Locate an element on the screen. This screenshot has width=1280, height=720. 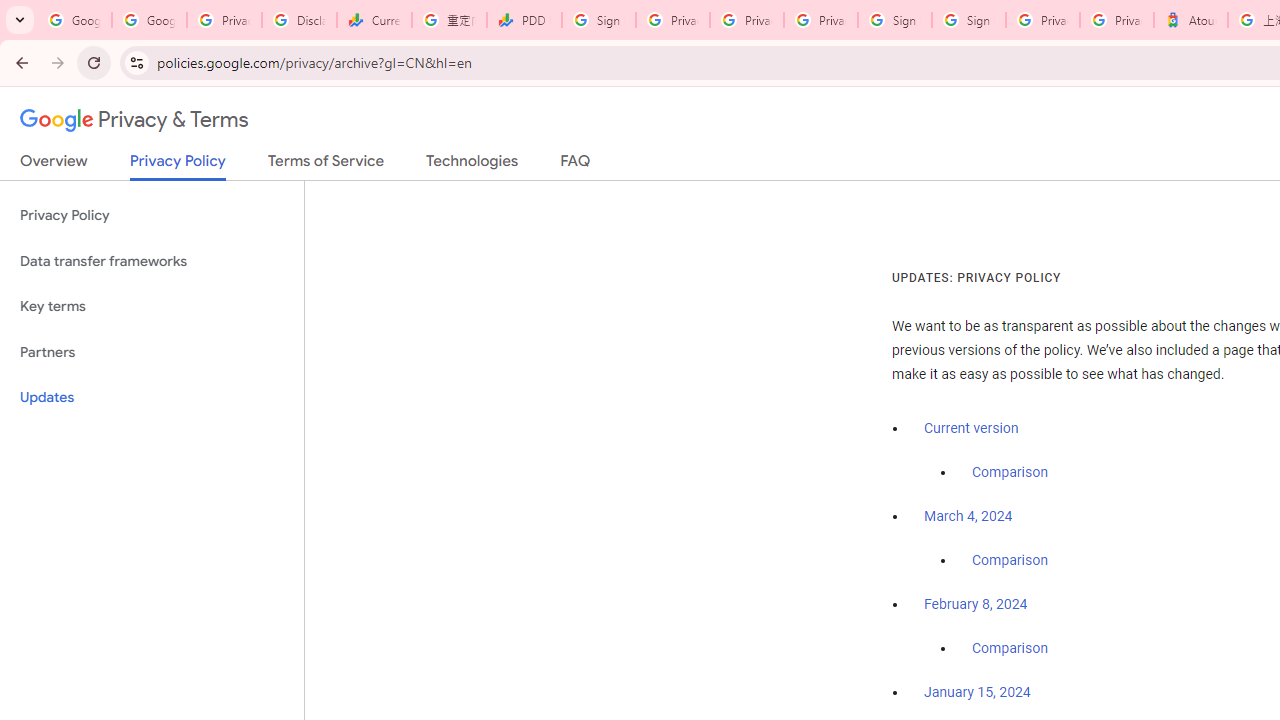
'January 15, 2024' is located at coordinates (977, 692).